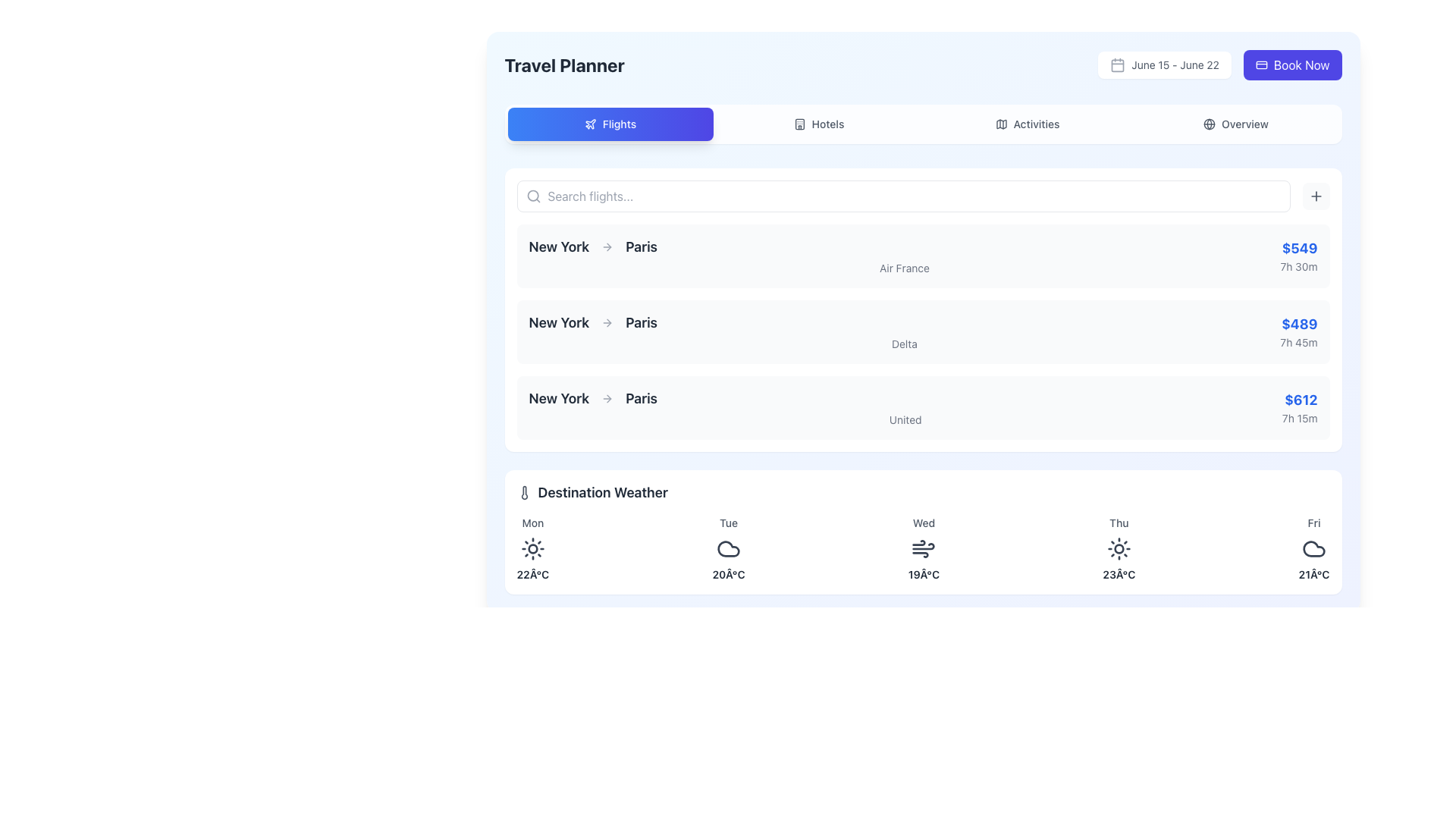  Describe the element at coordinates (799, 124) in the screenshot. I see `the 'Hotels' icon in the navigation bar` at that location.